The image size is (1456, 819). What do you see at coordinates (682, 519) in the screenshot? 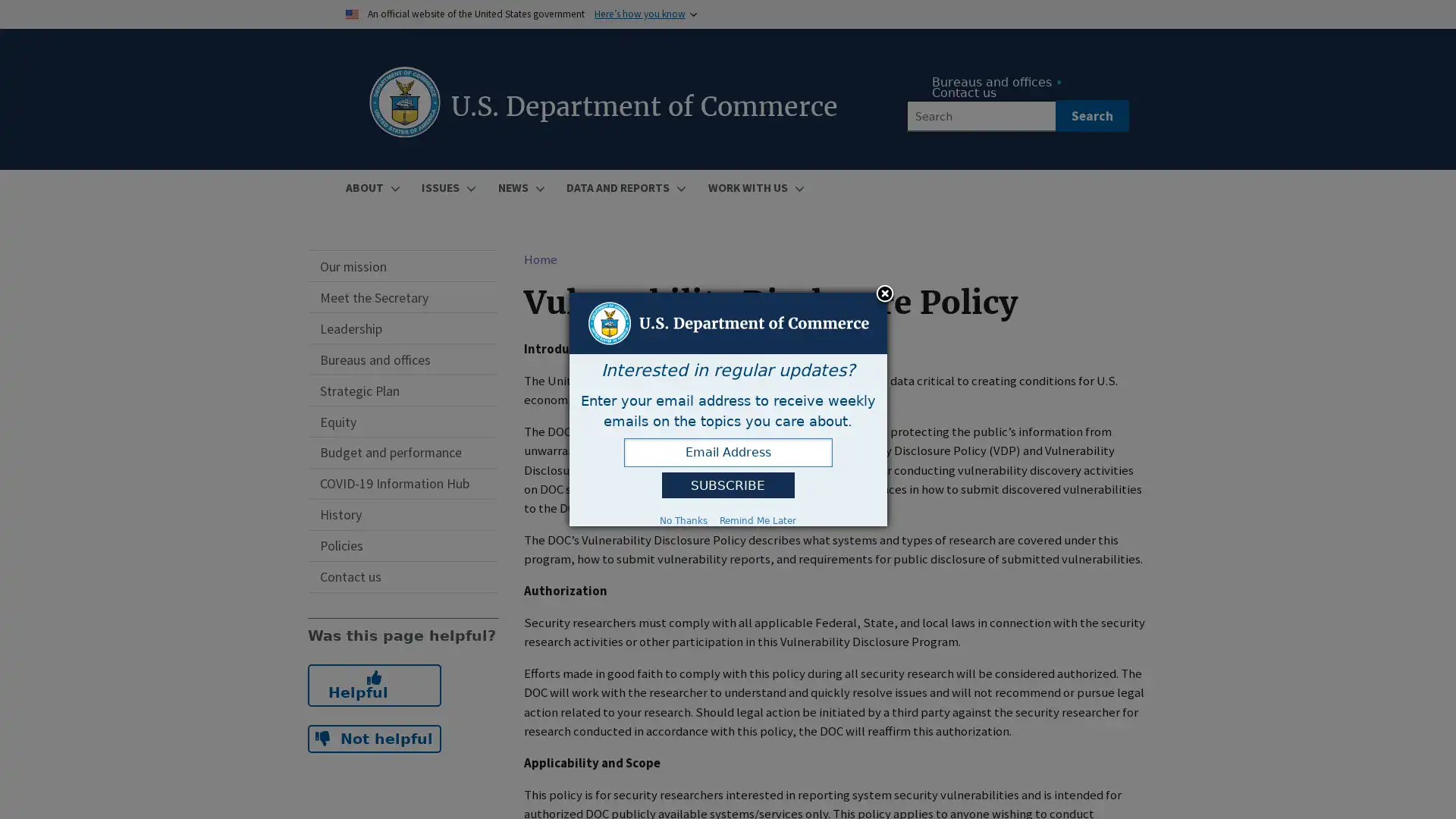
I see `No Thanks` at bounding box center [682, 519].